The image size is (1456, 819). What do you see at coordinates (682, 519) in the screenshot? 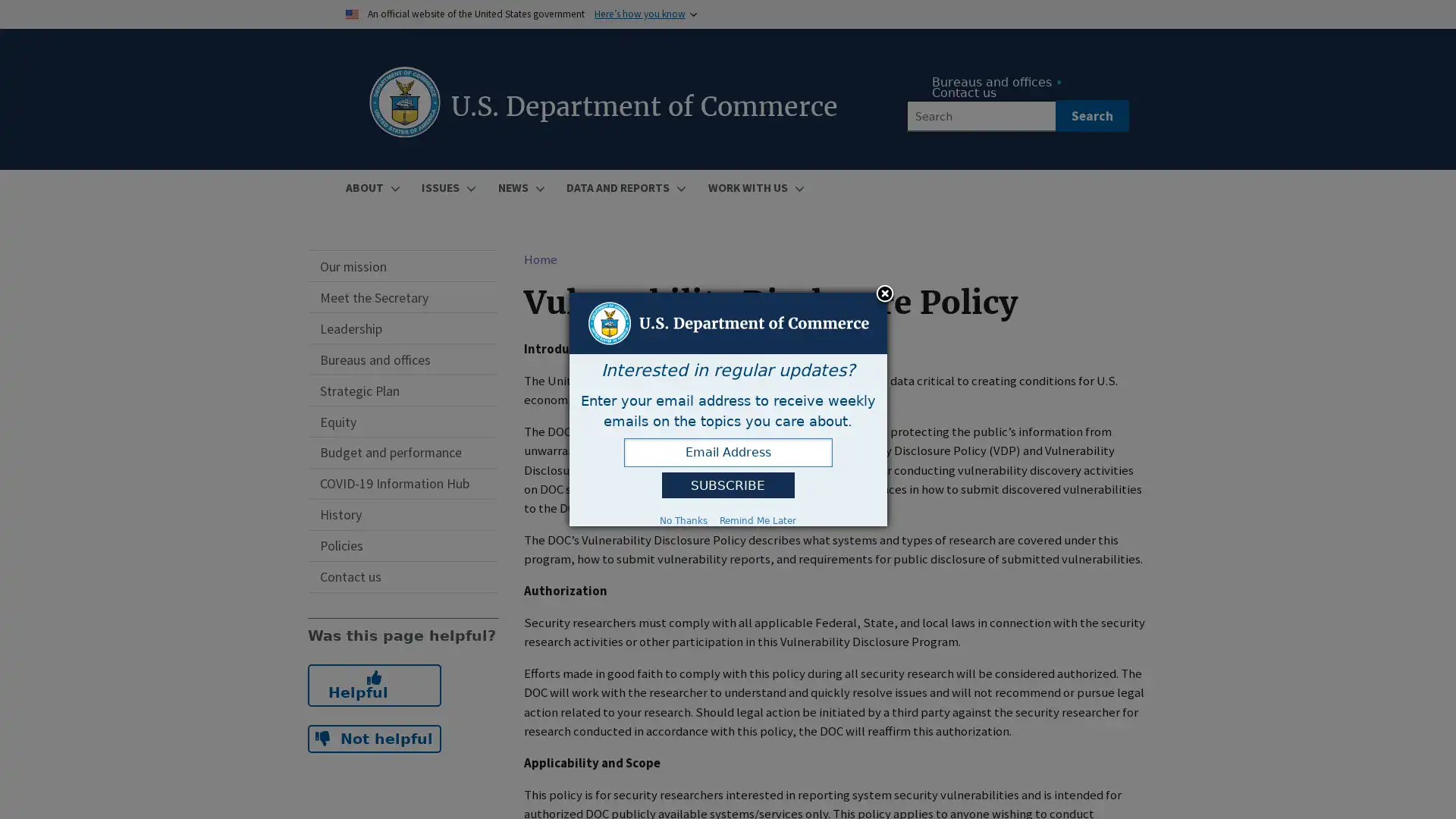
I see `No Thanks` at bounding box center [682, 519].